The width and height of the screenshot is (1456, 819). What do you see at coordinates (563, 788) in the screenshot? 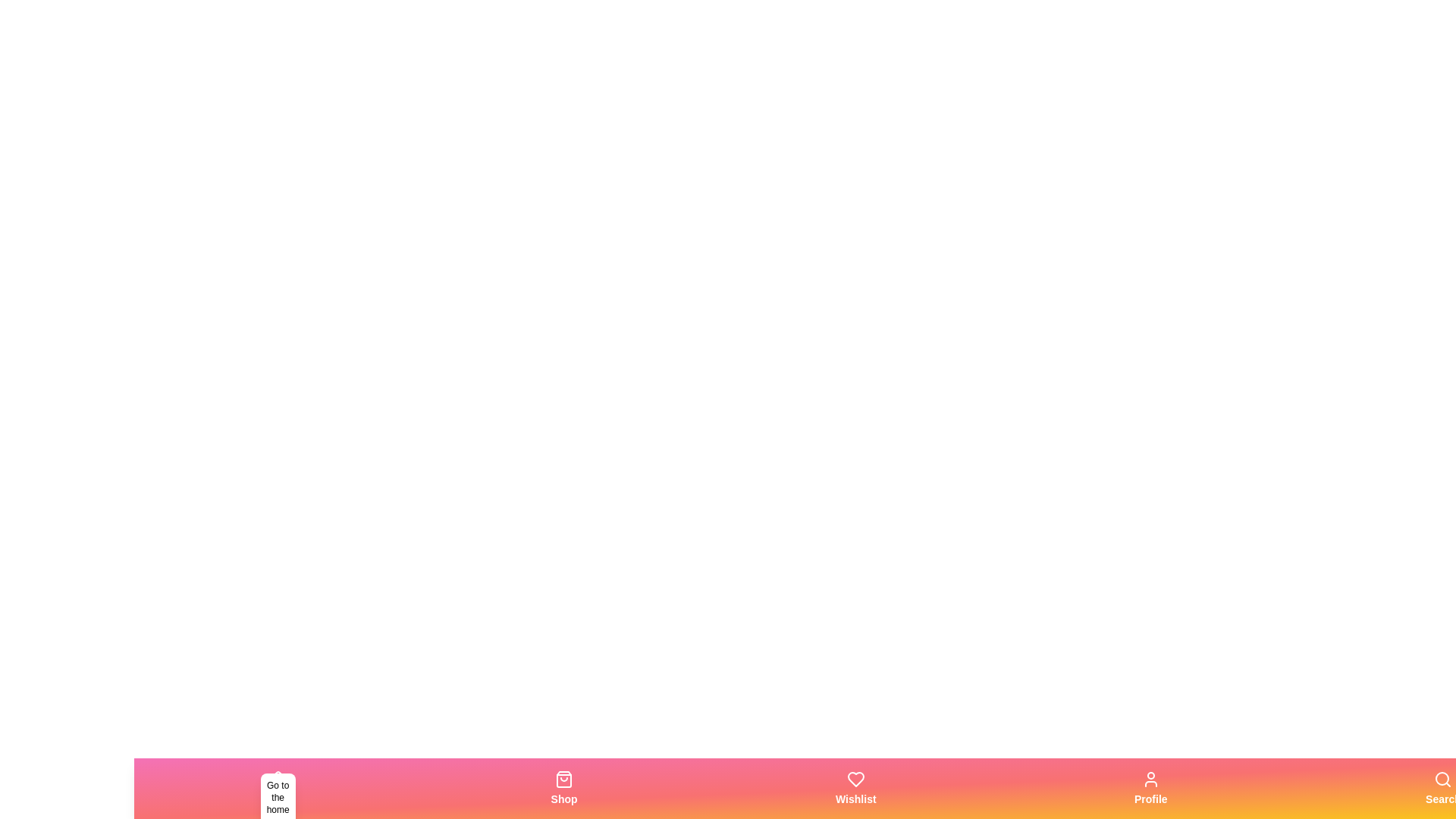
I see `the Shop tab to view its hint` at bounding box center [563, 788].